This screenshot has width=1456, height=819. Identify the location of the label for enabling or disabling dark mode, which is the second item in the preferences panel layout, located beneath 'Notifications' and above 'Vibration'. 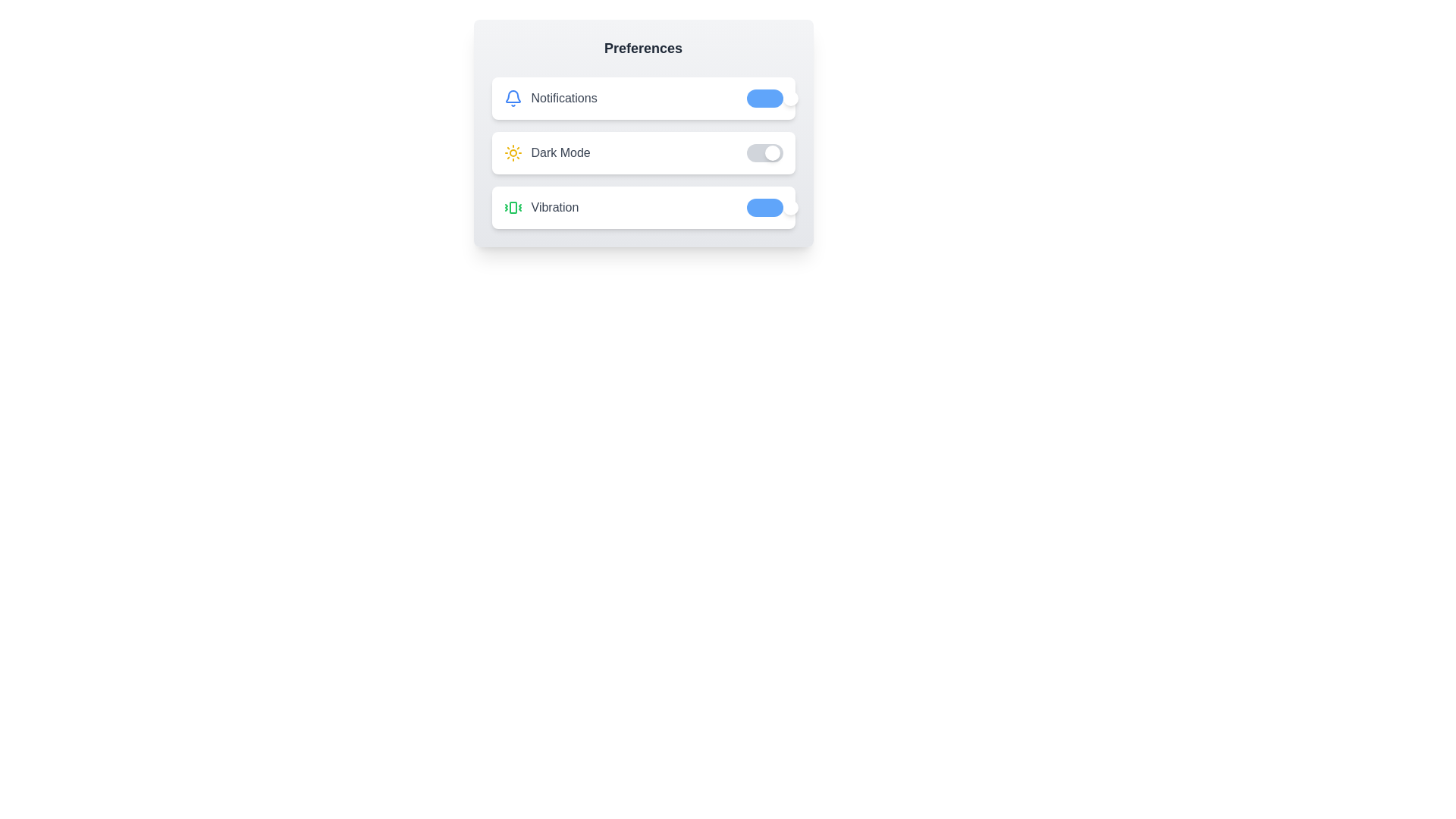
(546, 152).